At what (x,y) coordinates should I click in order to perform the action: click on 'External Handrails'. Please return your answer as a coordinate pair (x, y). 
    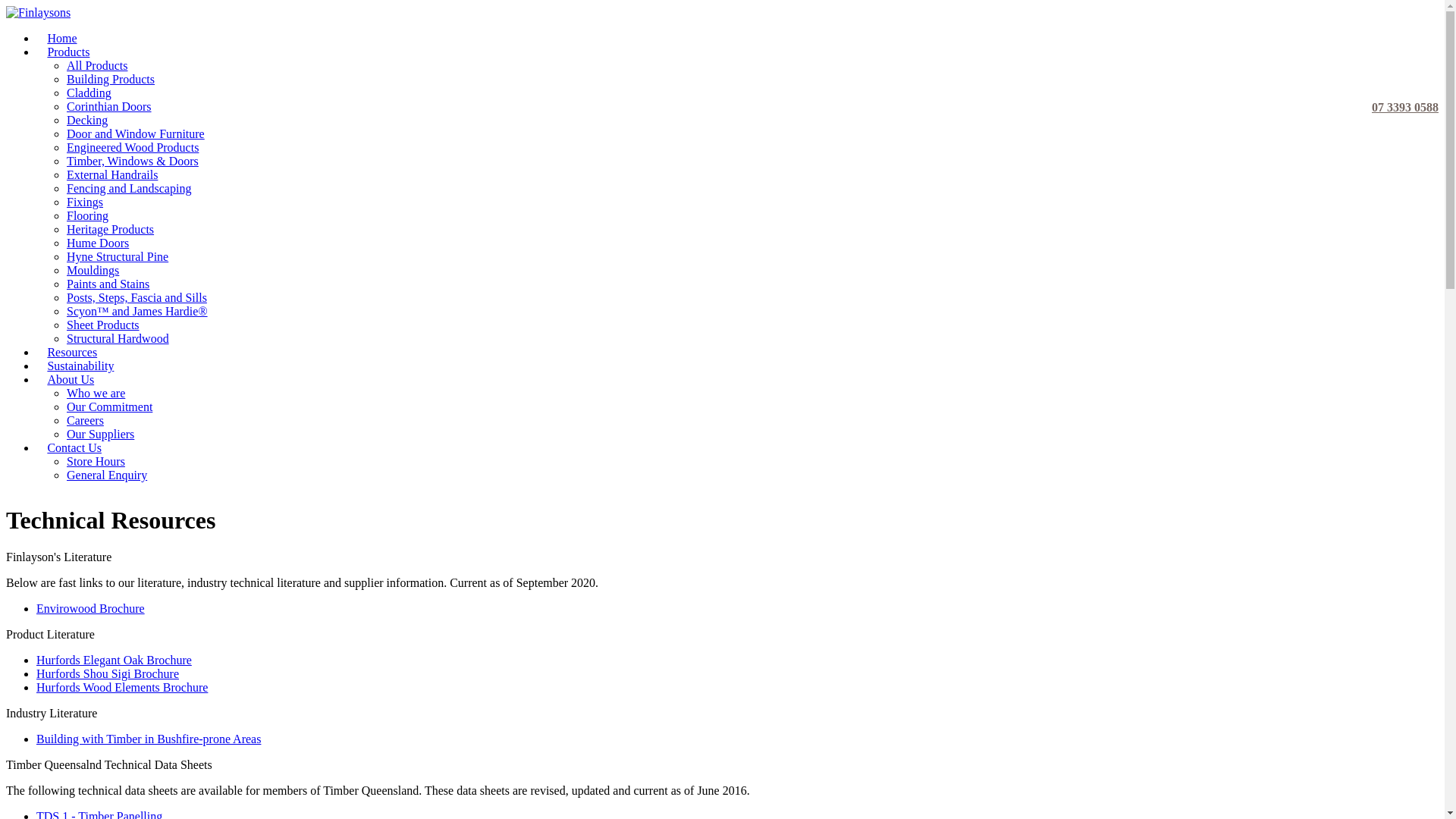
    Looking at the image, I should click on (111, 174).